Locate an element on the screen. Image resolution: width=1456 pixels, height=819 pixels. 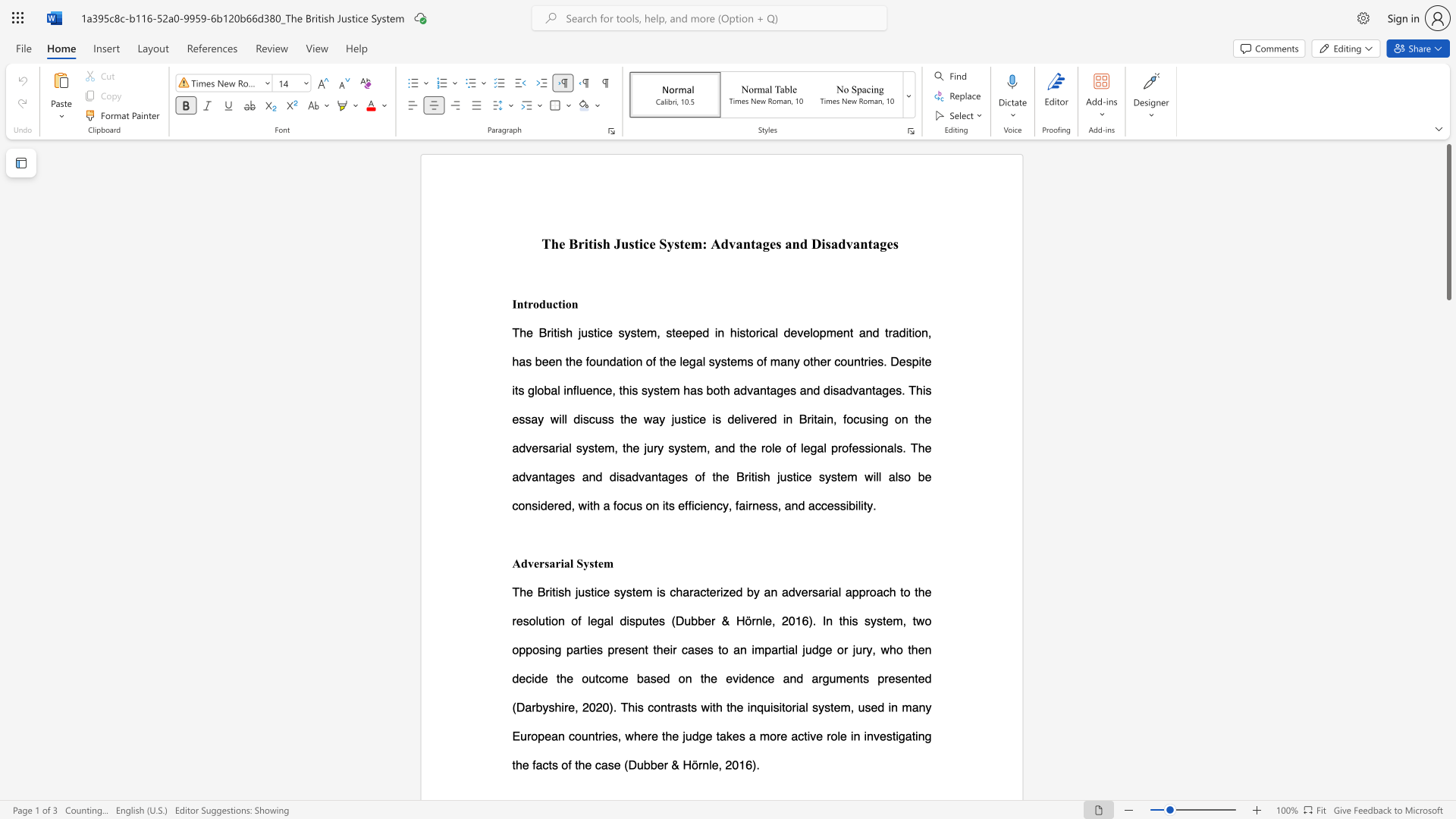
the scrollbar to scroll downward is located at coordinates (1448, 553).